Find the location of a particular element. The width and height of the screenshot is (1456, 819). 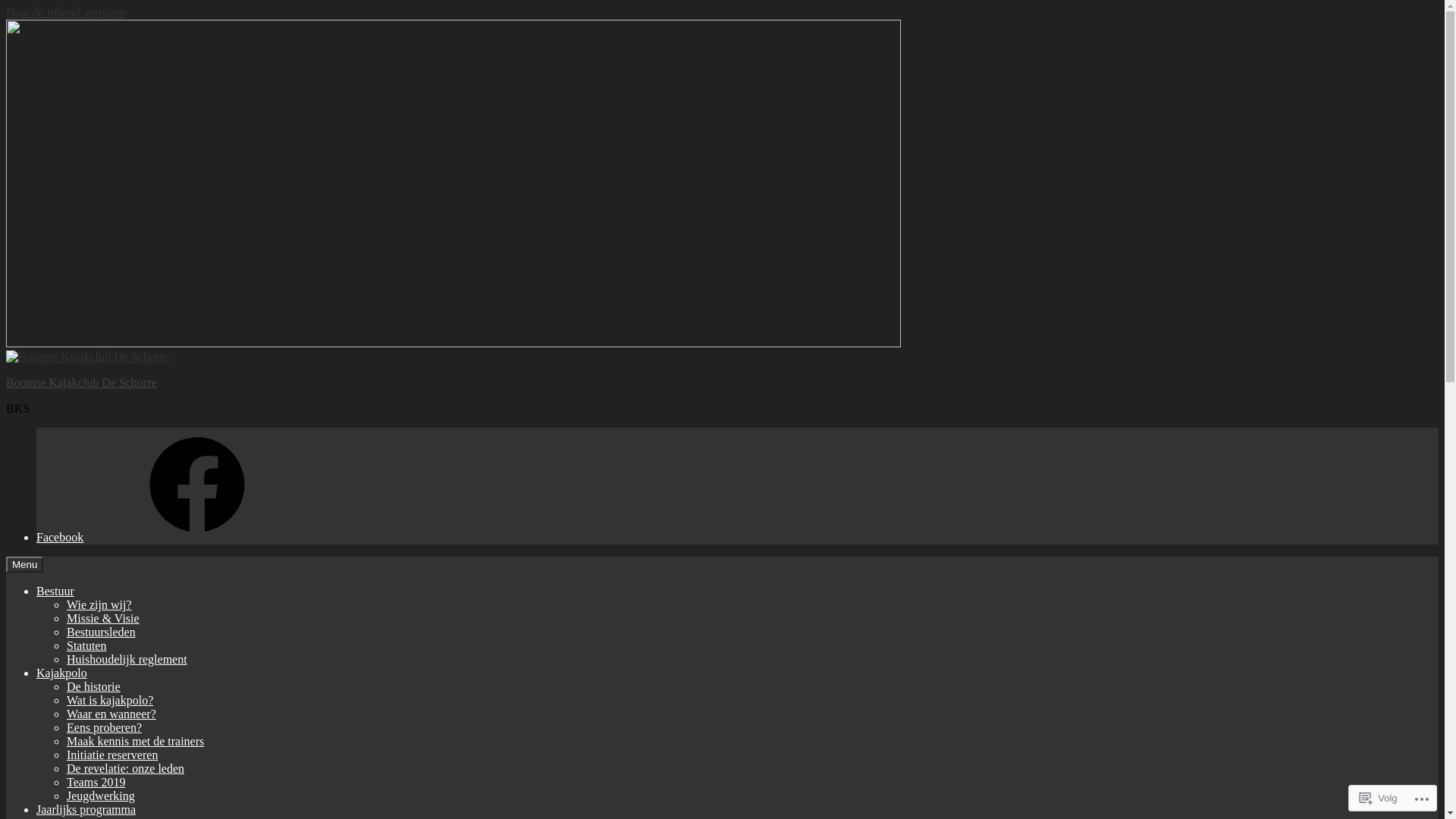

'Jeugdwerking' is located at coordinates (65, 795).